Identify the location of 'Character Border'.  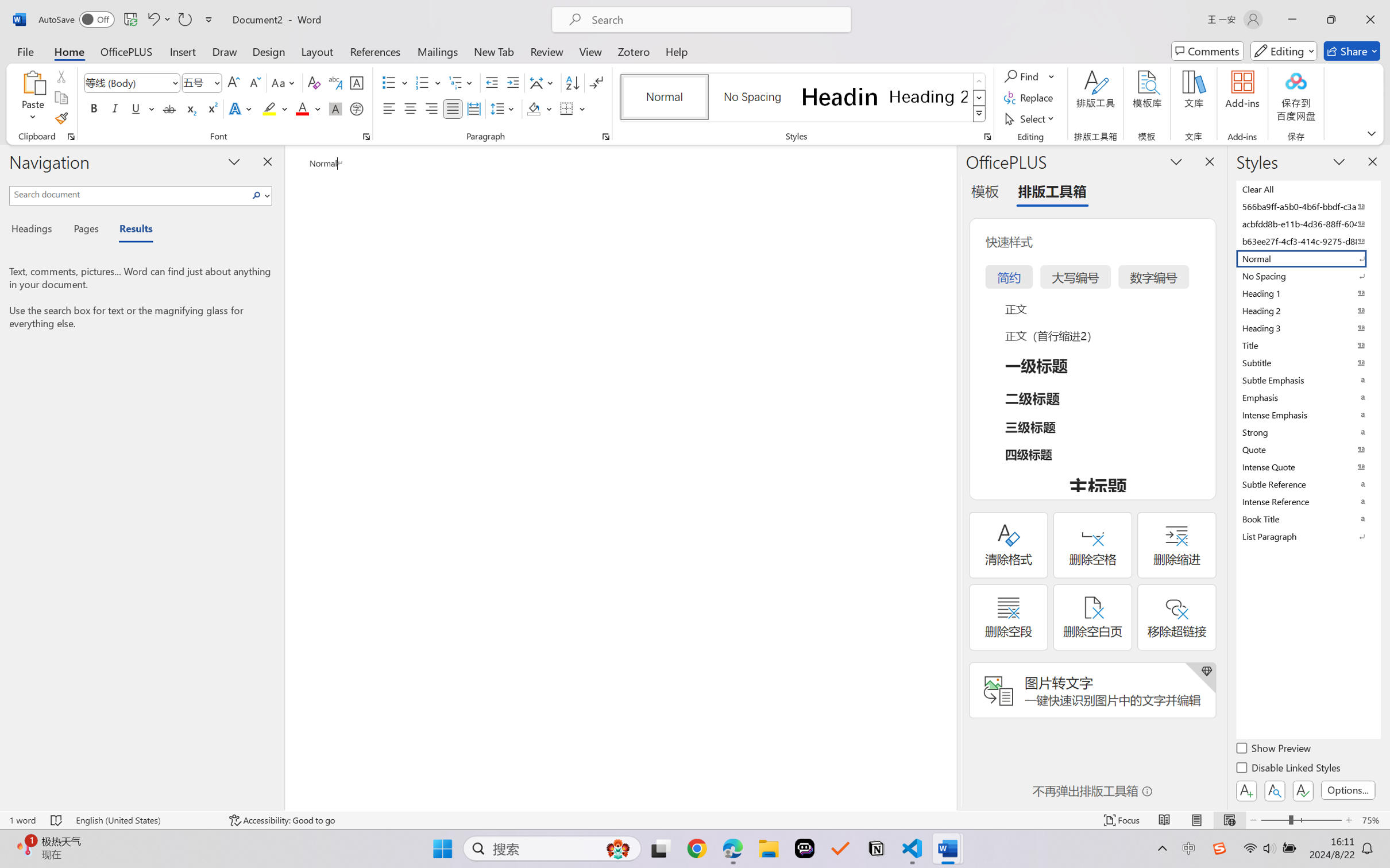
(357, 83).